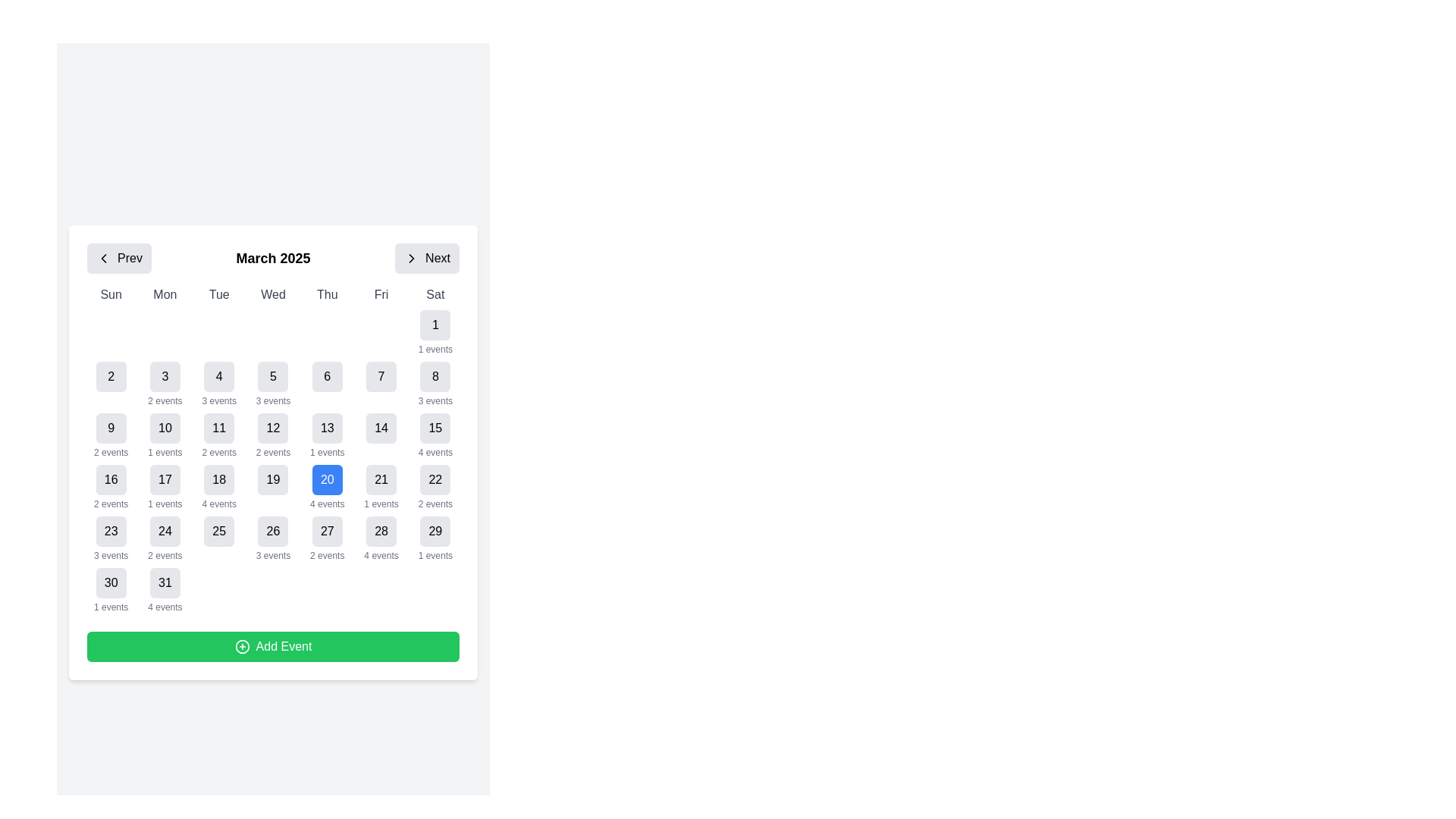  Describe the element at coordinates (326, 452) in the screenshot. I see `the text label displaying '1 events', which is a small, gray font located directly below the circular calendar representation of the day '1'` at that location.